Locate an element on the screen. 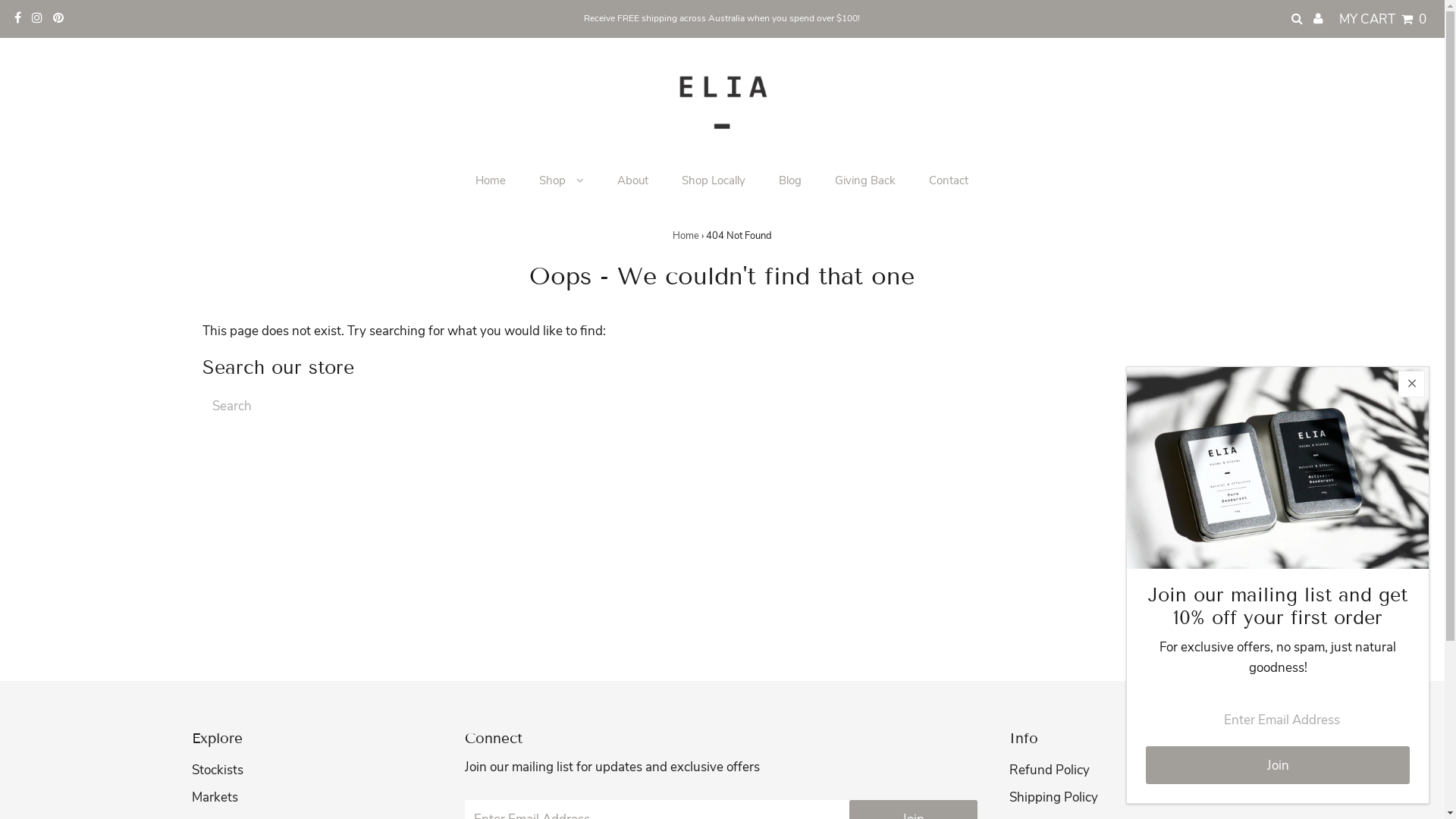 Image resolution: width=1456 pixels, height=819 pixels. 'Shop Locally' is located at coordinates (712, 180).